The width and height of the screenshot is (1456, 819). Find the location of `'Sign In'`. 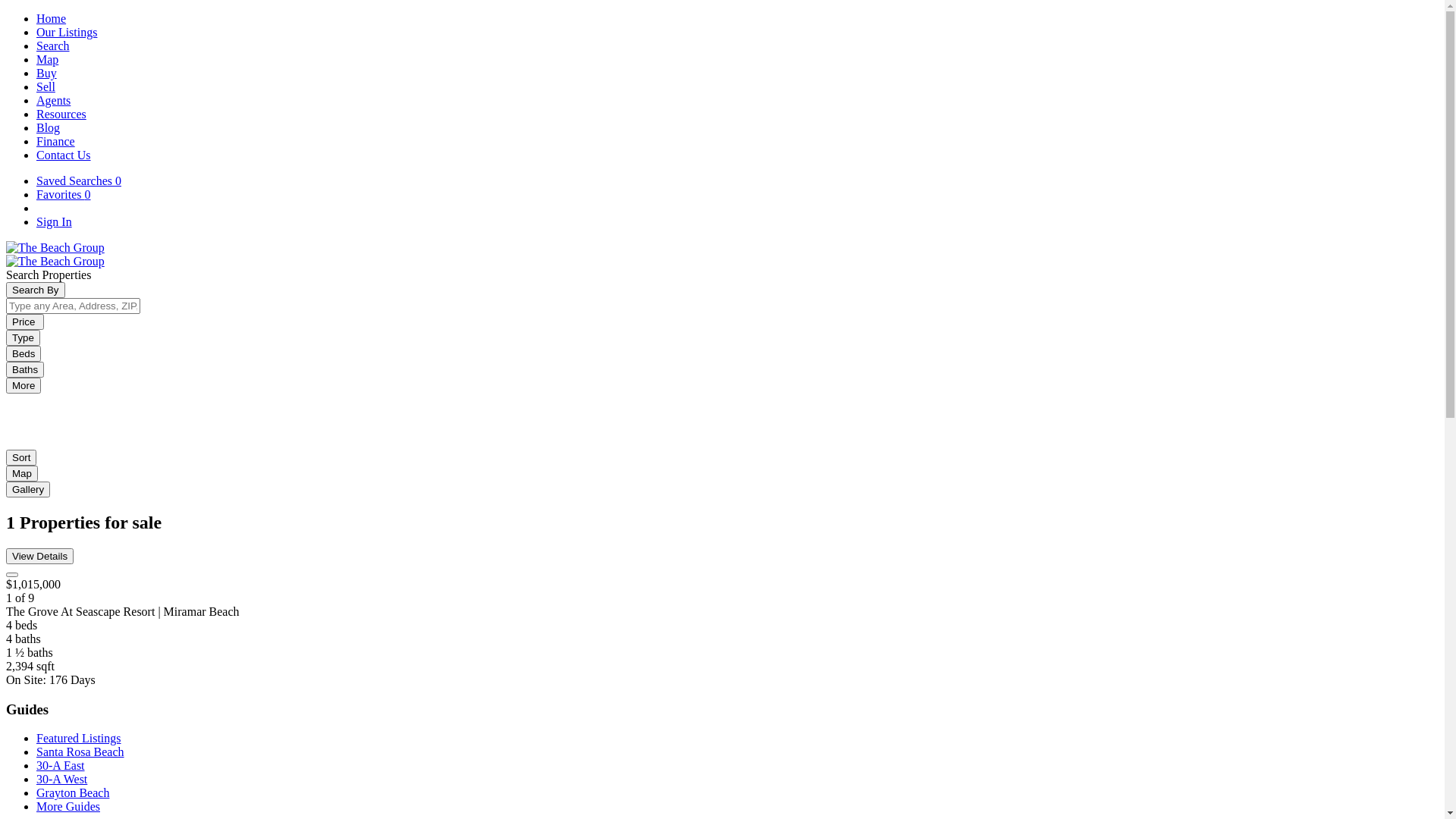

'Sign In' is located at coordinates (36, 221).